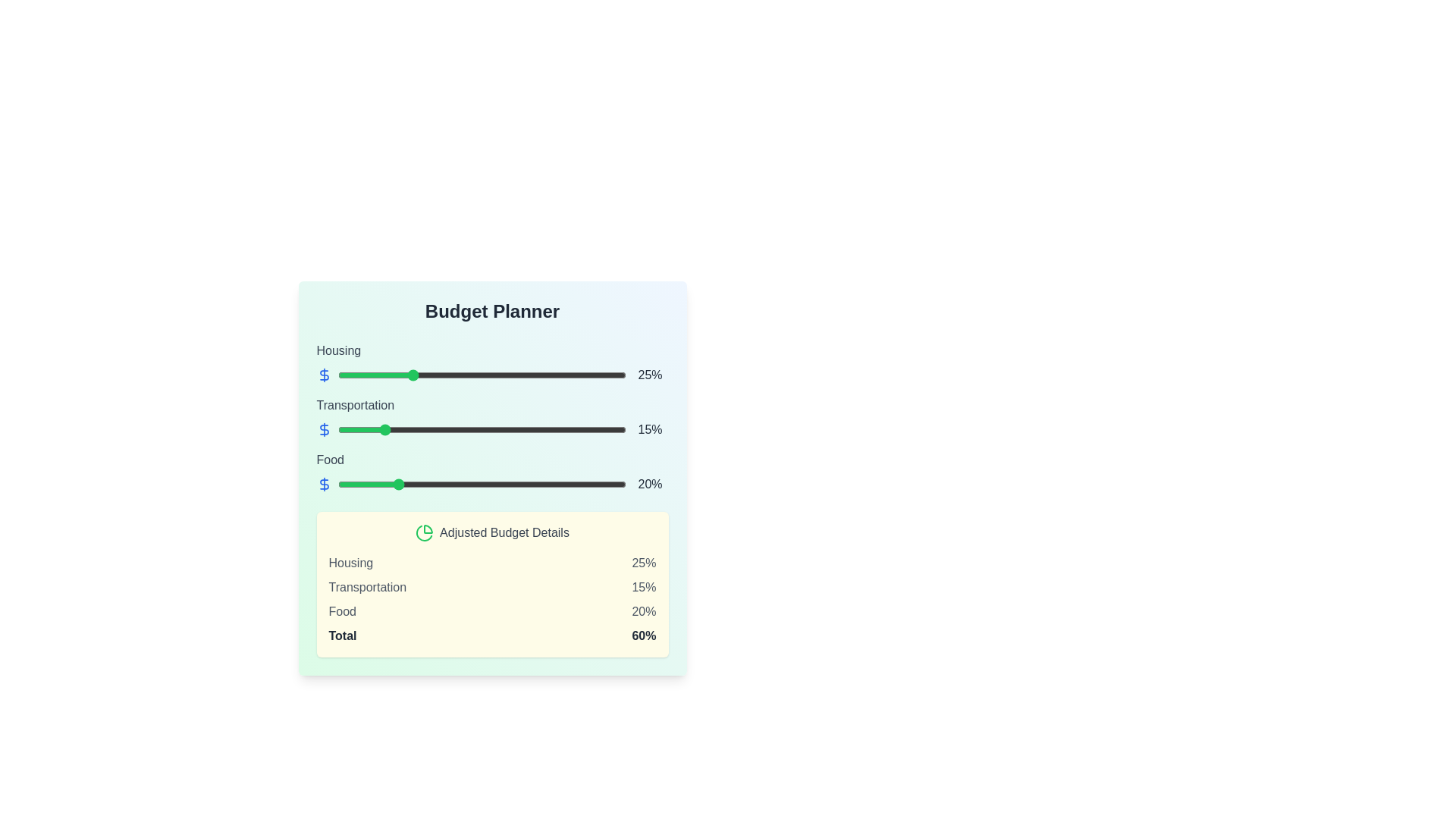 The image size is (1456, 819). I want to click on the topmost green and black range input slider, which aligns with the 'Housing' label on the left and the '25%' percentage on the right for interaction, so click(481, 375).